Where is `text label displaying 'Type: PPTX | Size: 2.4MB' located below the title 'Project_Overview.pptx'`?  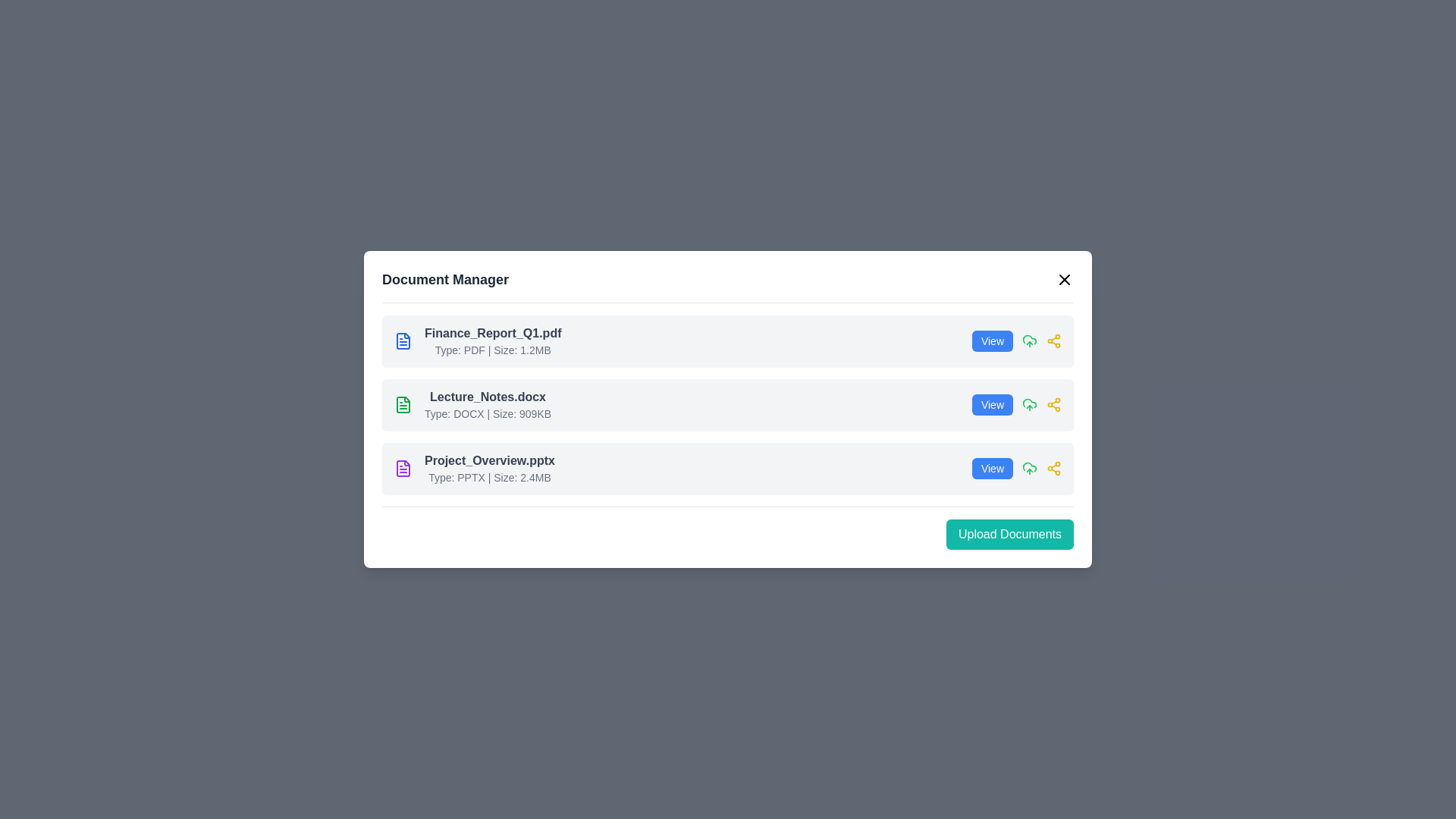
text label displaying 'Type: PPTX | Size: 2.4MB' located below the title 'Project_Overview.pptx' is located at coordinates (489, 476).